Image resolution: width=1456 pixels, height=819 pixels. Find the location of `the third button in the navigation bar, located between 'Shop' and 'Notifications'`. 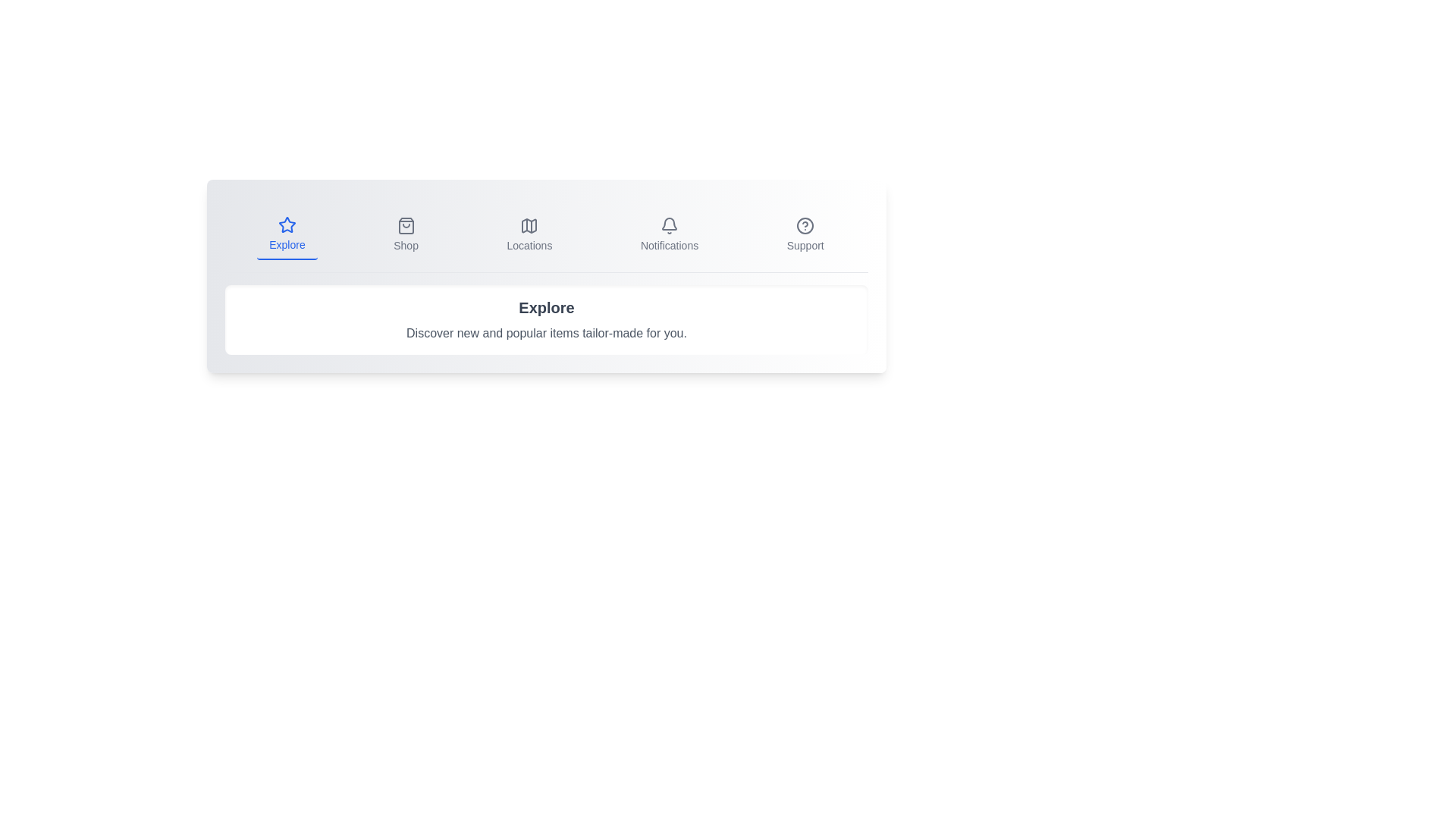

the third button in the navigation bar, located between 'Shop' and 'Notifications' is located at coordinates (529, 234).